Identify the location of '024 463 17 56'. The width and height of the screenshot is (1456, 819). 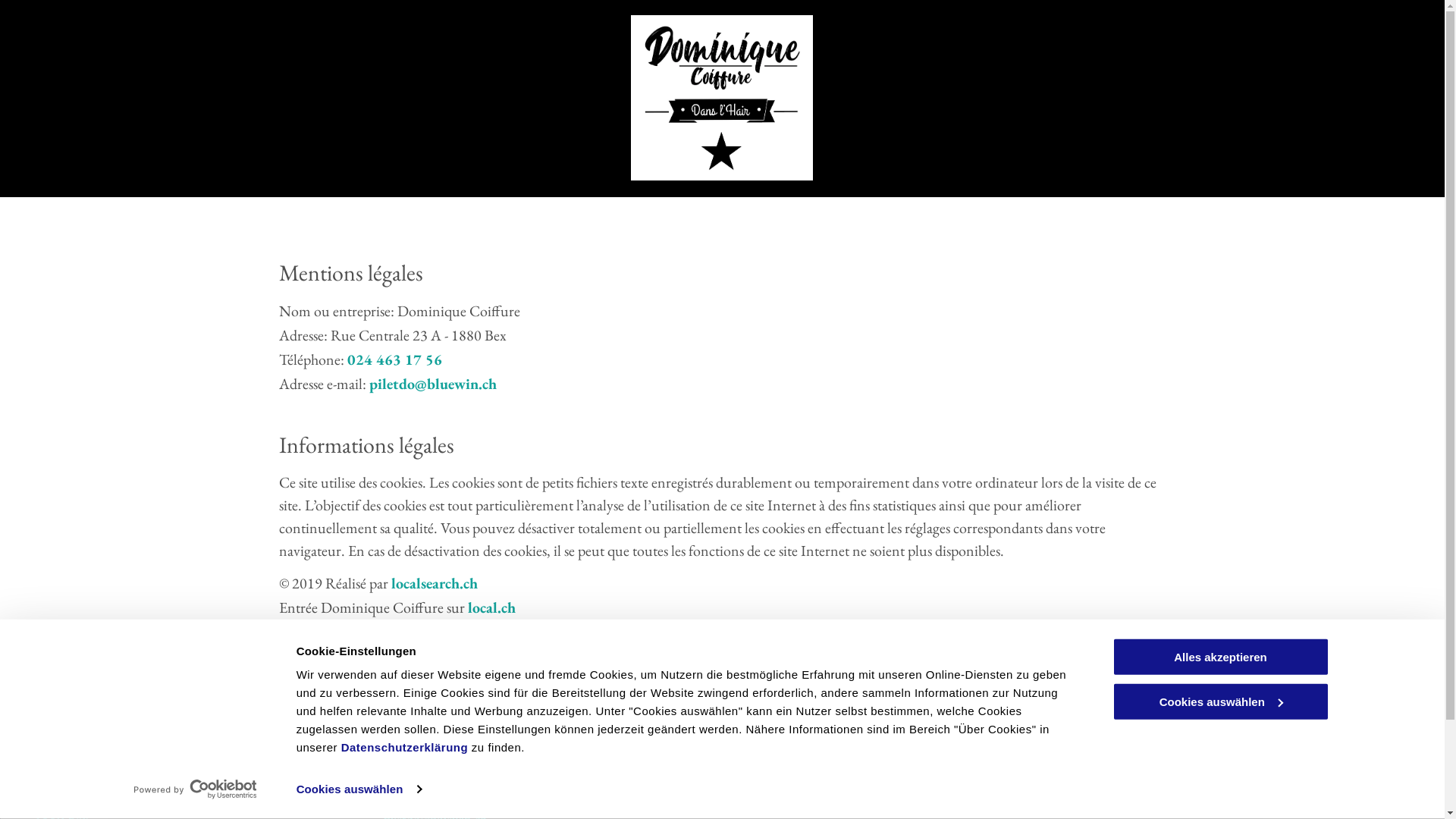
(394, 359).